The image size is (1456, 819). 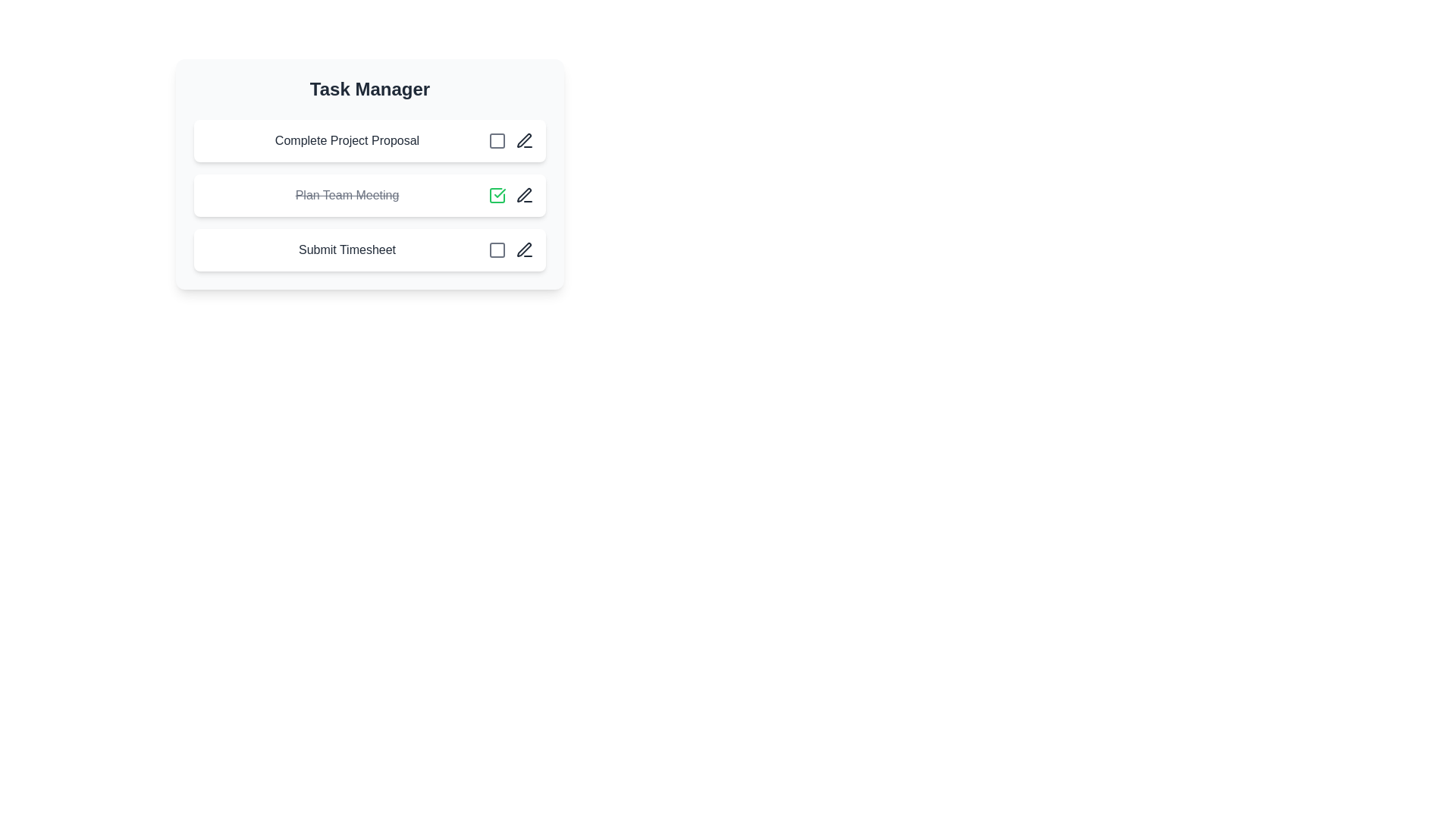 I want to click on the task completion indicator icon located in the second row of the task list, positioned to the left of the edit pencil icon and above the checkbox, so click(x=500, y=192).